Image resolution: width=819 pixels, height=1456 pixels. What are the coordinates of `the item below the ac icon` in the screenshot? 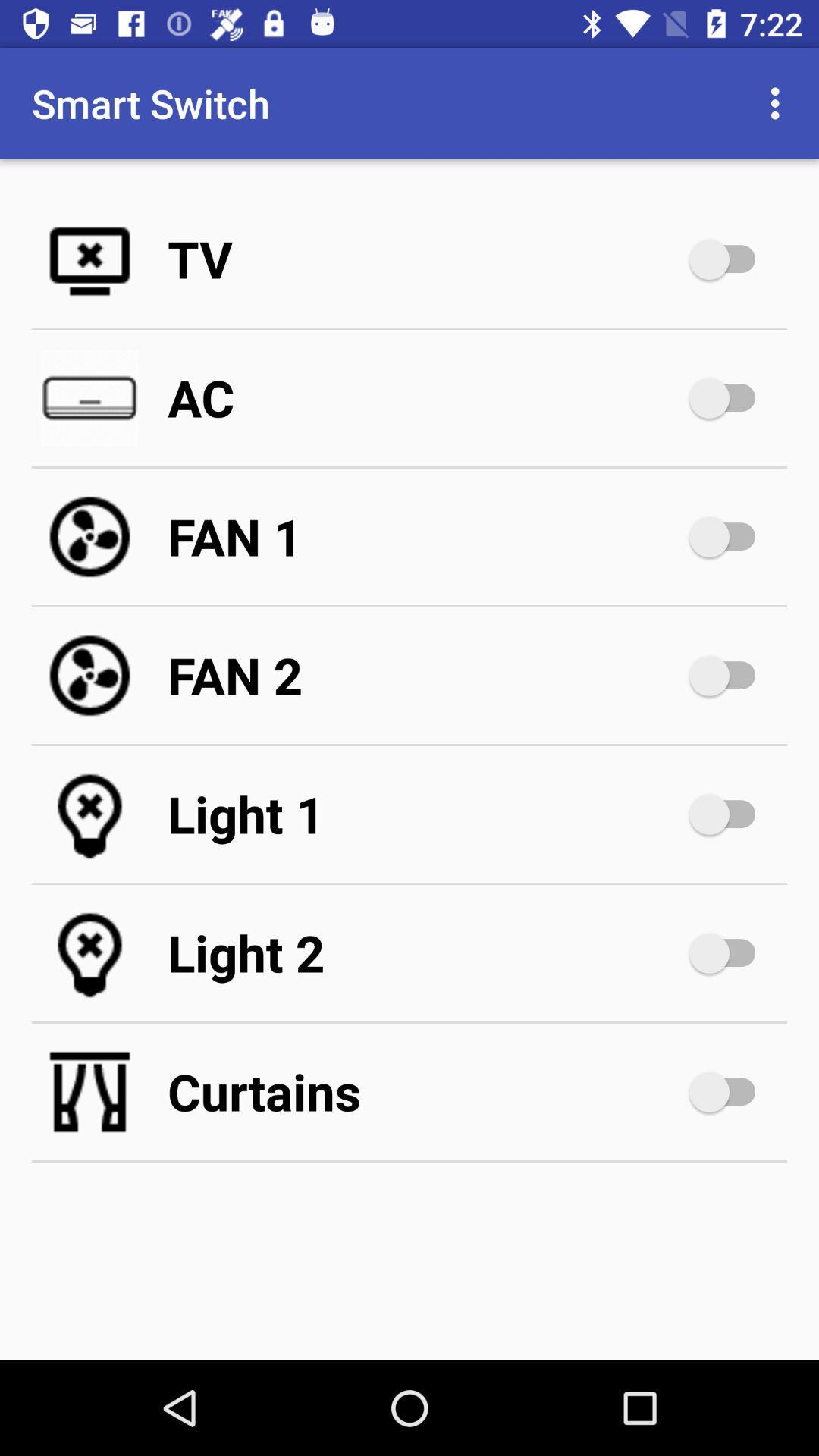 It's located at (425, 537).